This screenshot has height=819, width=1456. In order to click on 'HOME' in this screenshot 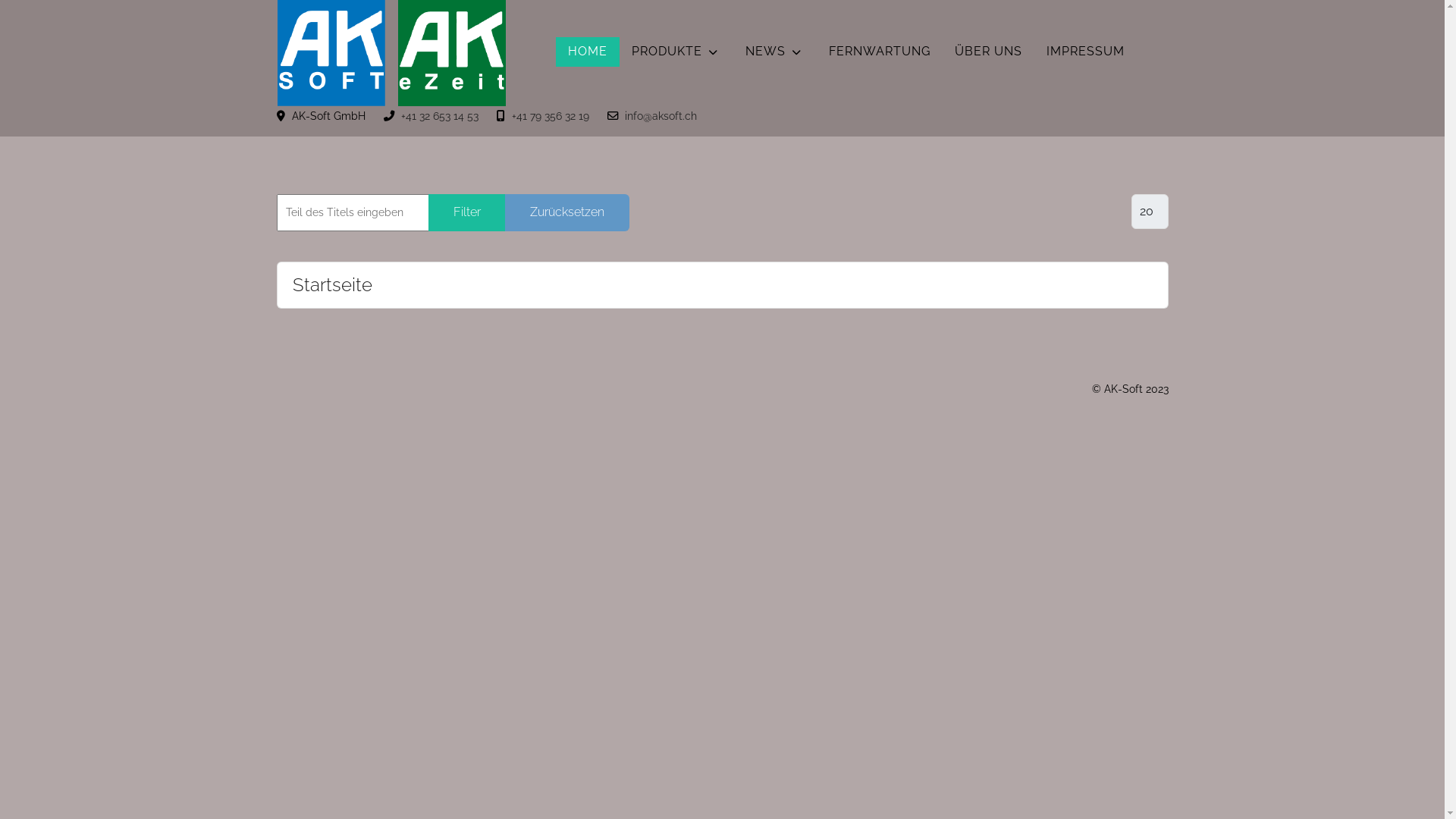, I will do `click(585, 51)`.